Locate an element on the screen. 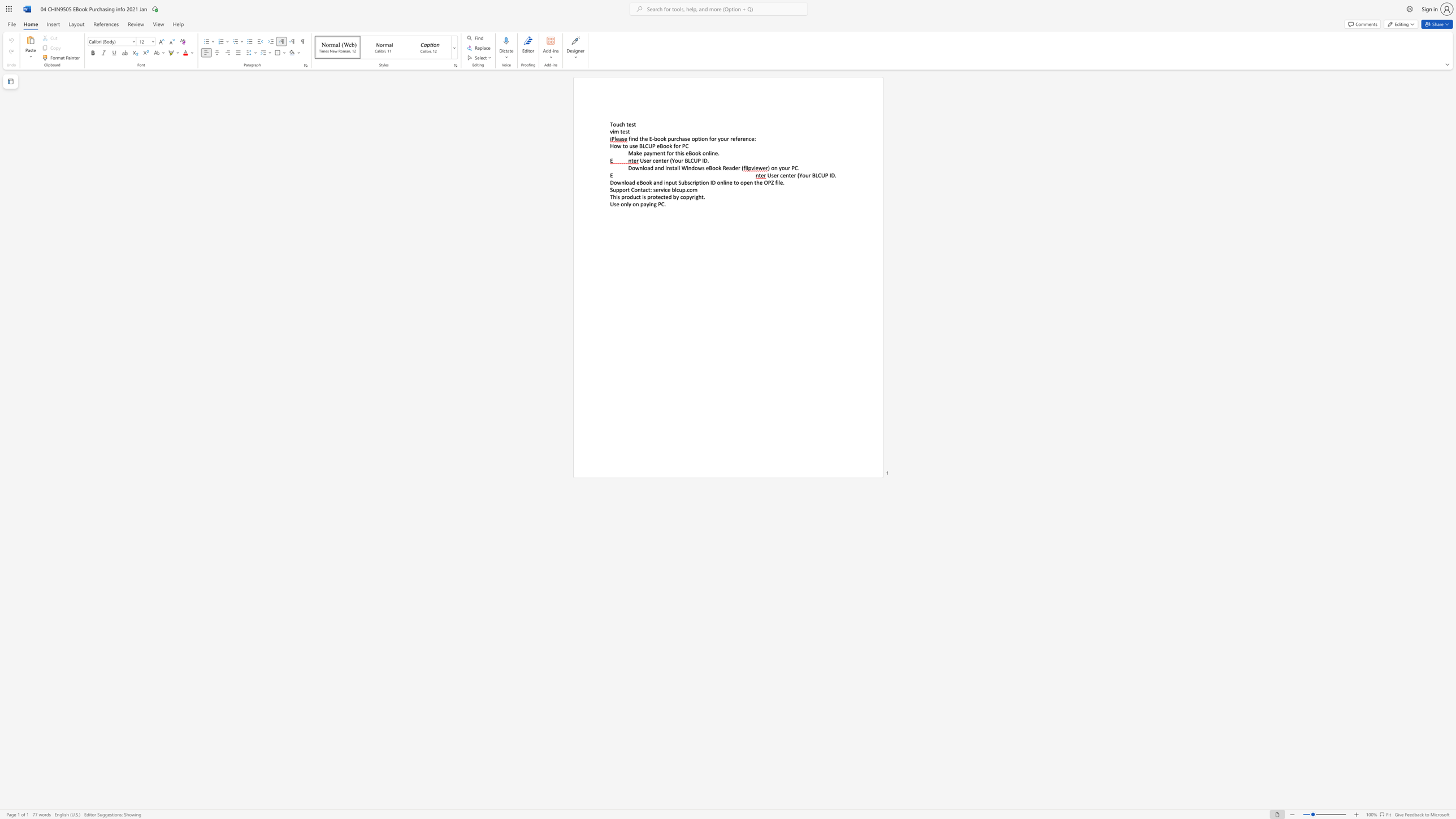  the 2th character "o" in the text is located at coordinates (782, 168).